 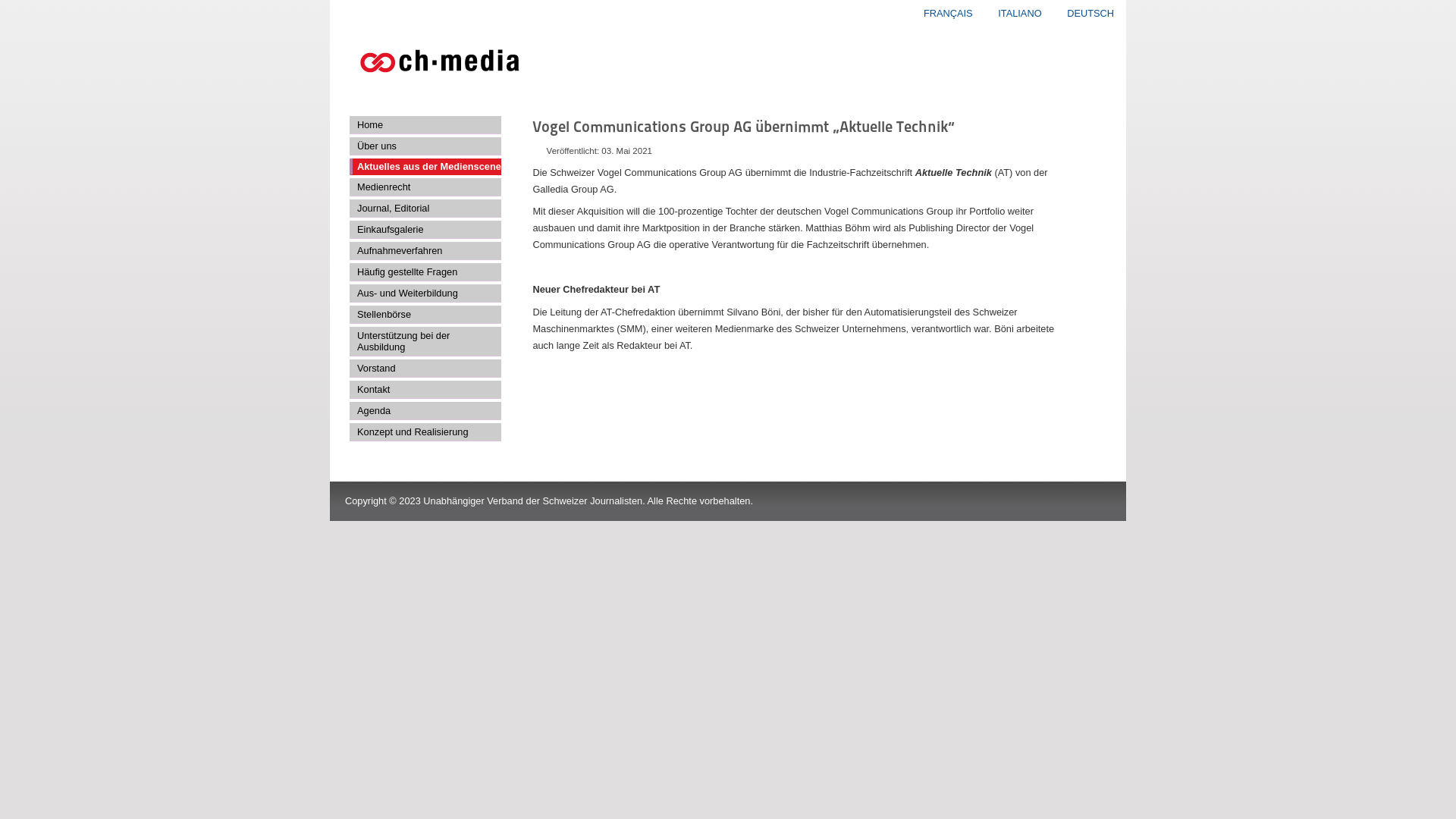 I want to click on 'DEUTSCH', so click(x=1090, y=13).